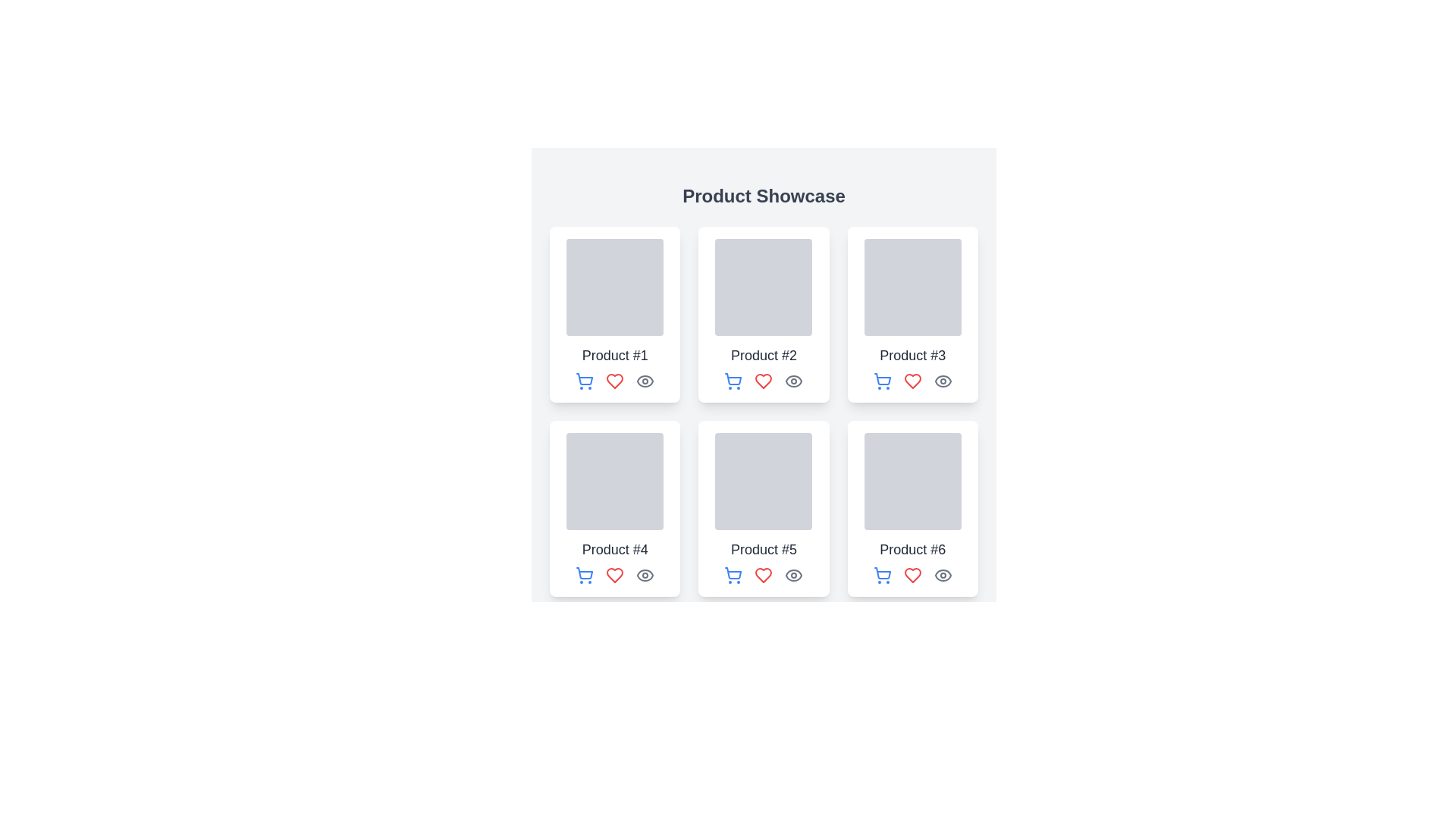 This screenshot has width=1456, height=819. Describe the element at coordinates (942, 380) in the screenshot. I see `the eye icon component used to visually reinforce visibility in the action row for 'Product #3'` at that location.